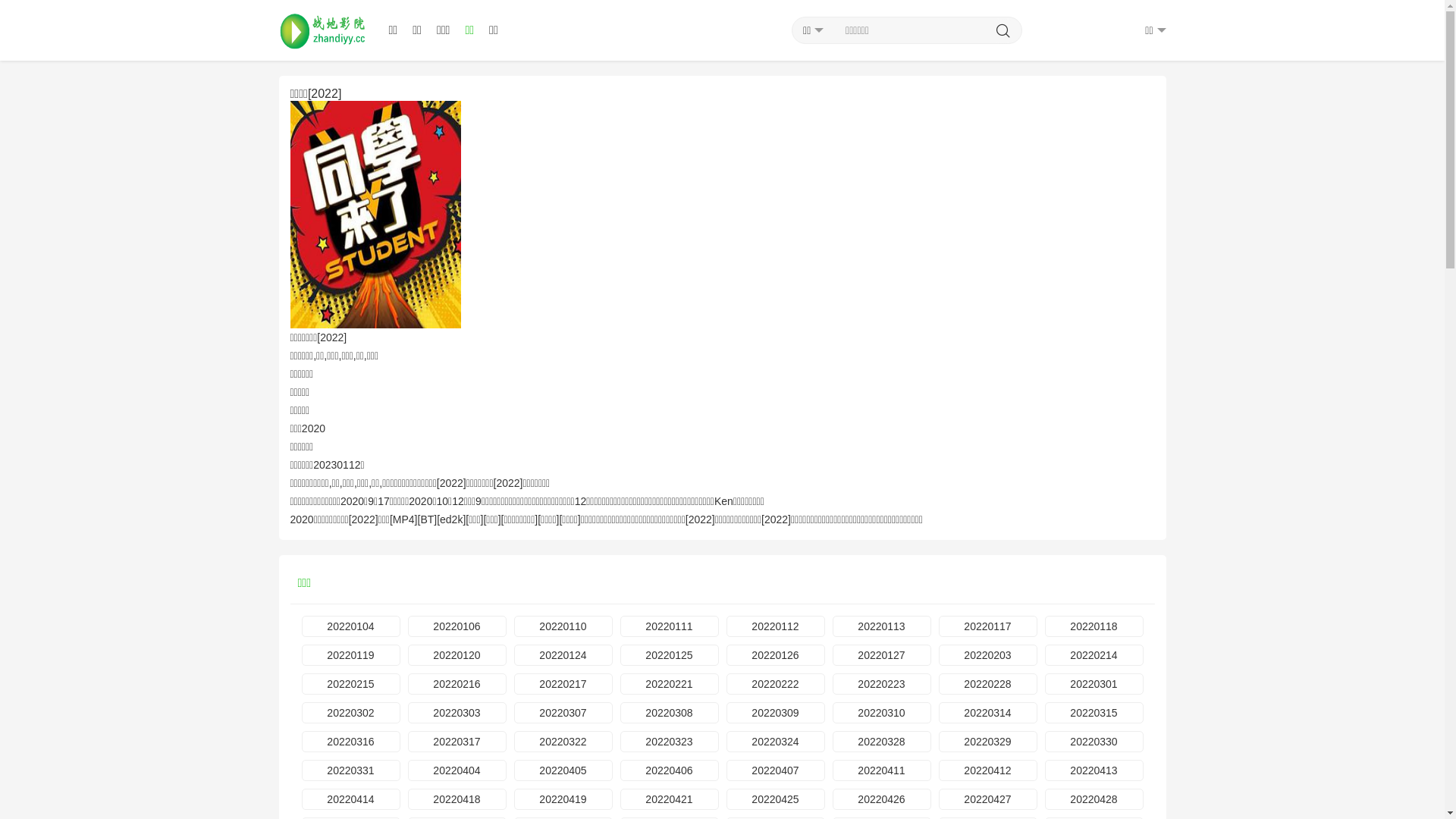 The width and height of the screenshot is (1456, 819). What do you see at coordinates (563, 770) in the screenshot?
I see `'20220405'` at bounding box center [563, 770].